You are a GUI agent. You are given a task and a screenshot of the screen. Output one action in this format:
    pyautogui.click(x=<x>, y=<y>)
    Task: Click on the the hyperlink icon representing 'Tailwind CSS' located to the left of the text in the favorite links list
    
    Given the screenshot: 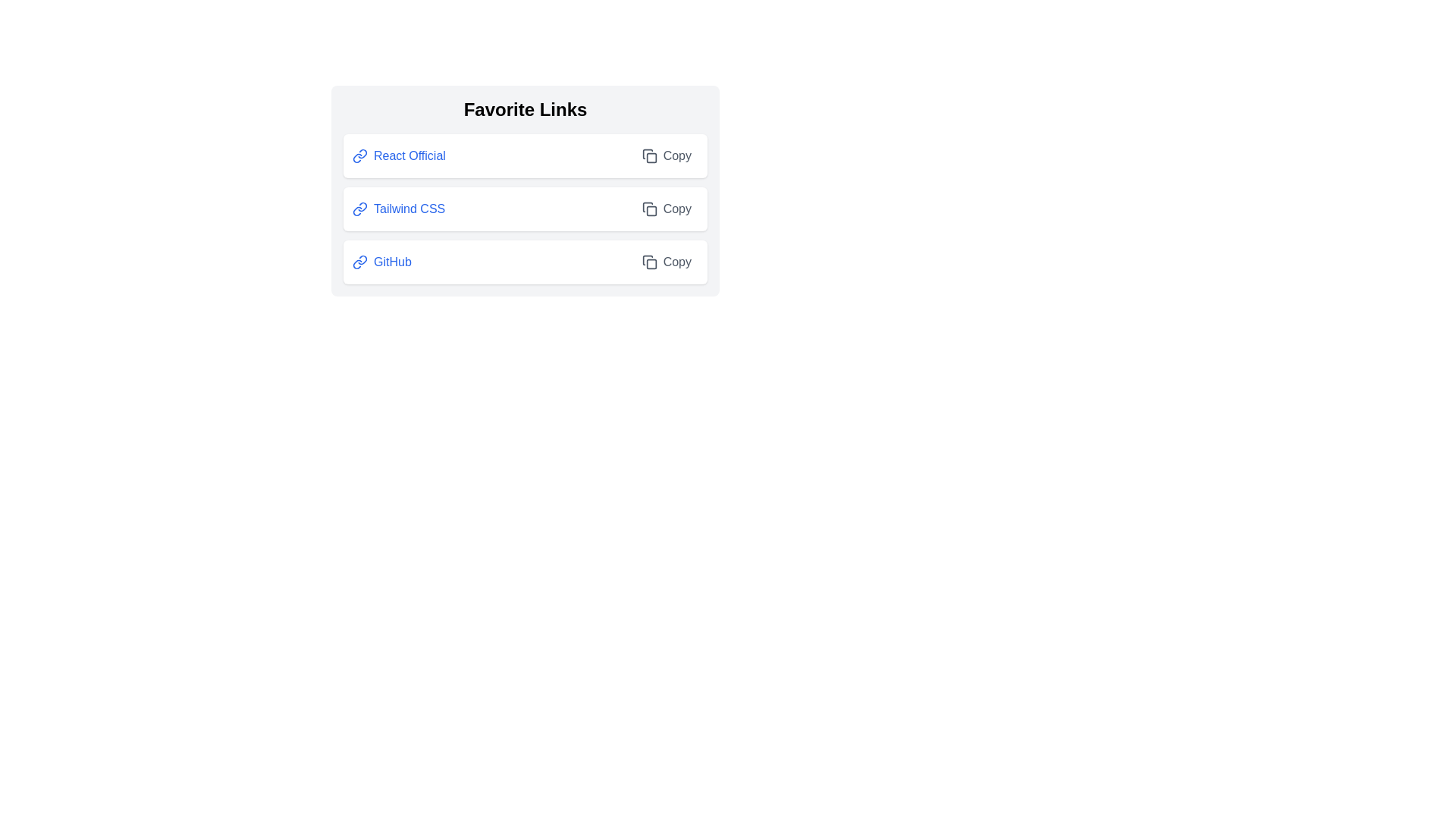 What is the action you would take?
    pyautogui.click(x=359, y=209)
    